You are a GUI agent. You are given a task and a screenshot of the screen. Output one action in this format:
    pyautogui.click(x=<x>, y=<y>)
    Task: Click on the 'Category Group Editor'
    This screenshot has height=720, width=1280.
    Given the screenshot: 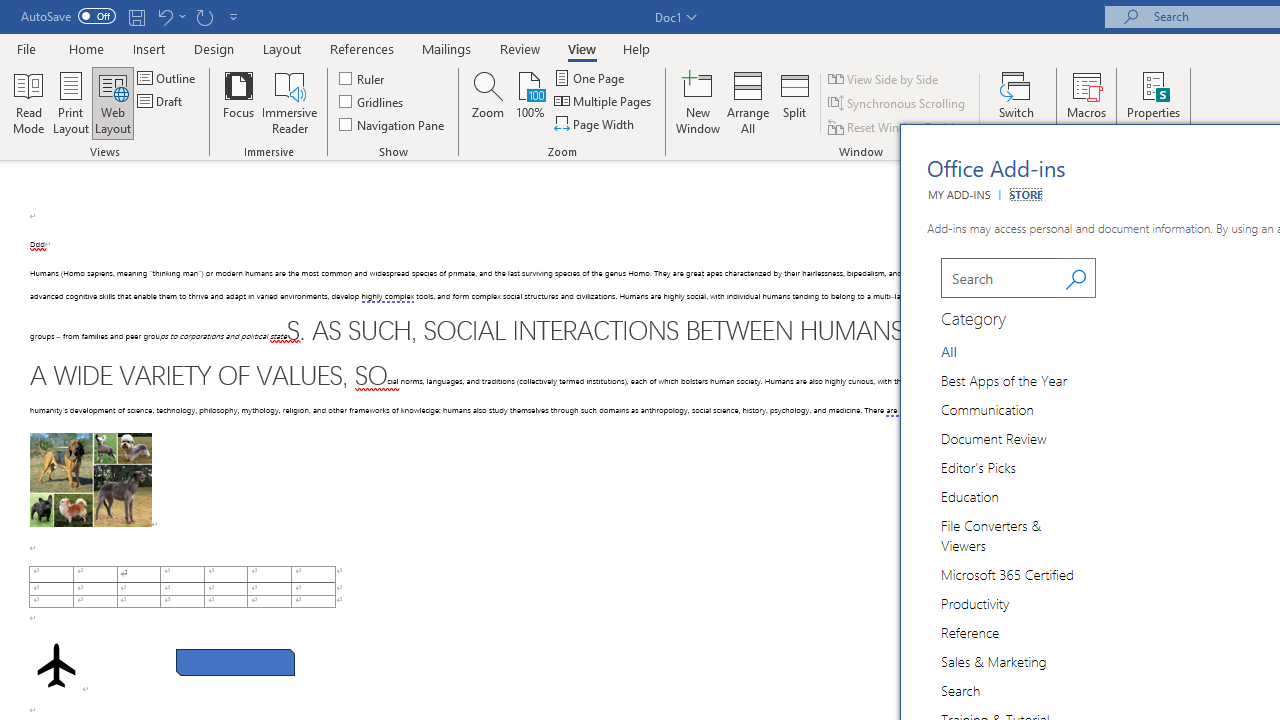 What is the action you would take?
    pyautogui.click(x=982, y=466)
    